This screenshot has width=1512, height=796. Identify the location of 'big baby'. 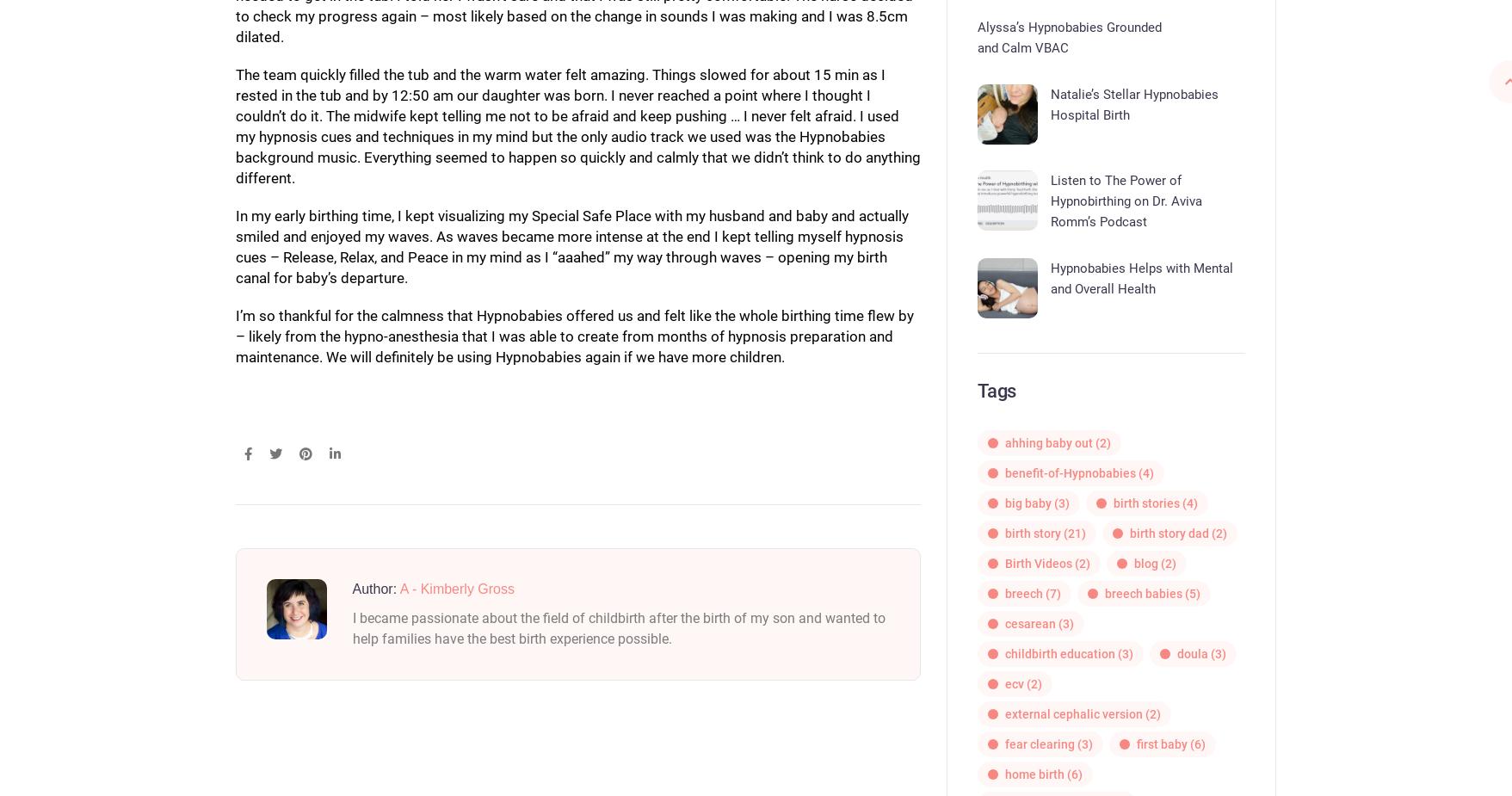
(1027, 503).